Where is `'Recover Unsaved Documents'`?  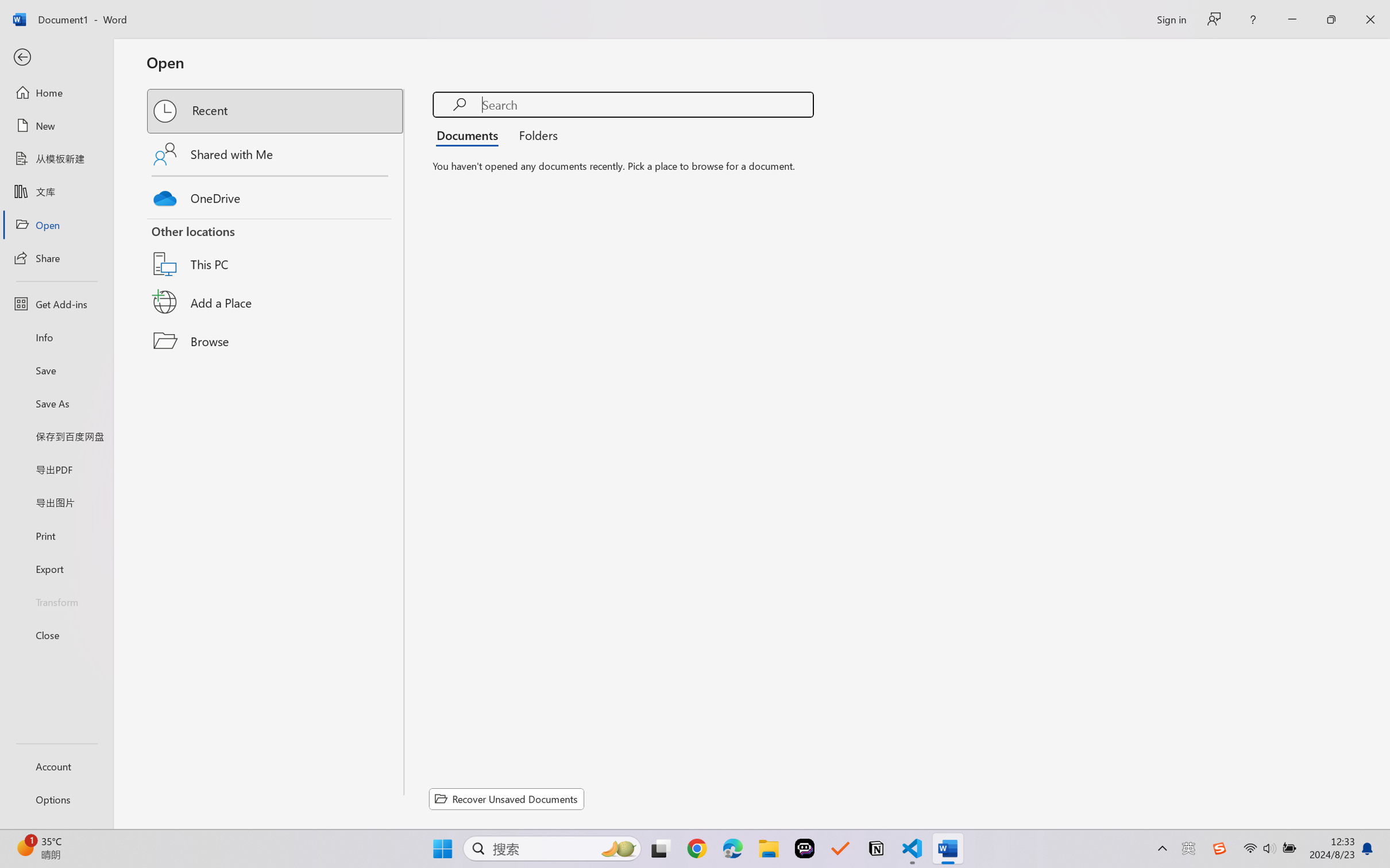
'Recover Unsaved Documents' is located at coordinates (507, 799).